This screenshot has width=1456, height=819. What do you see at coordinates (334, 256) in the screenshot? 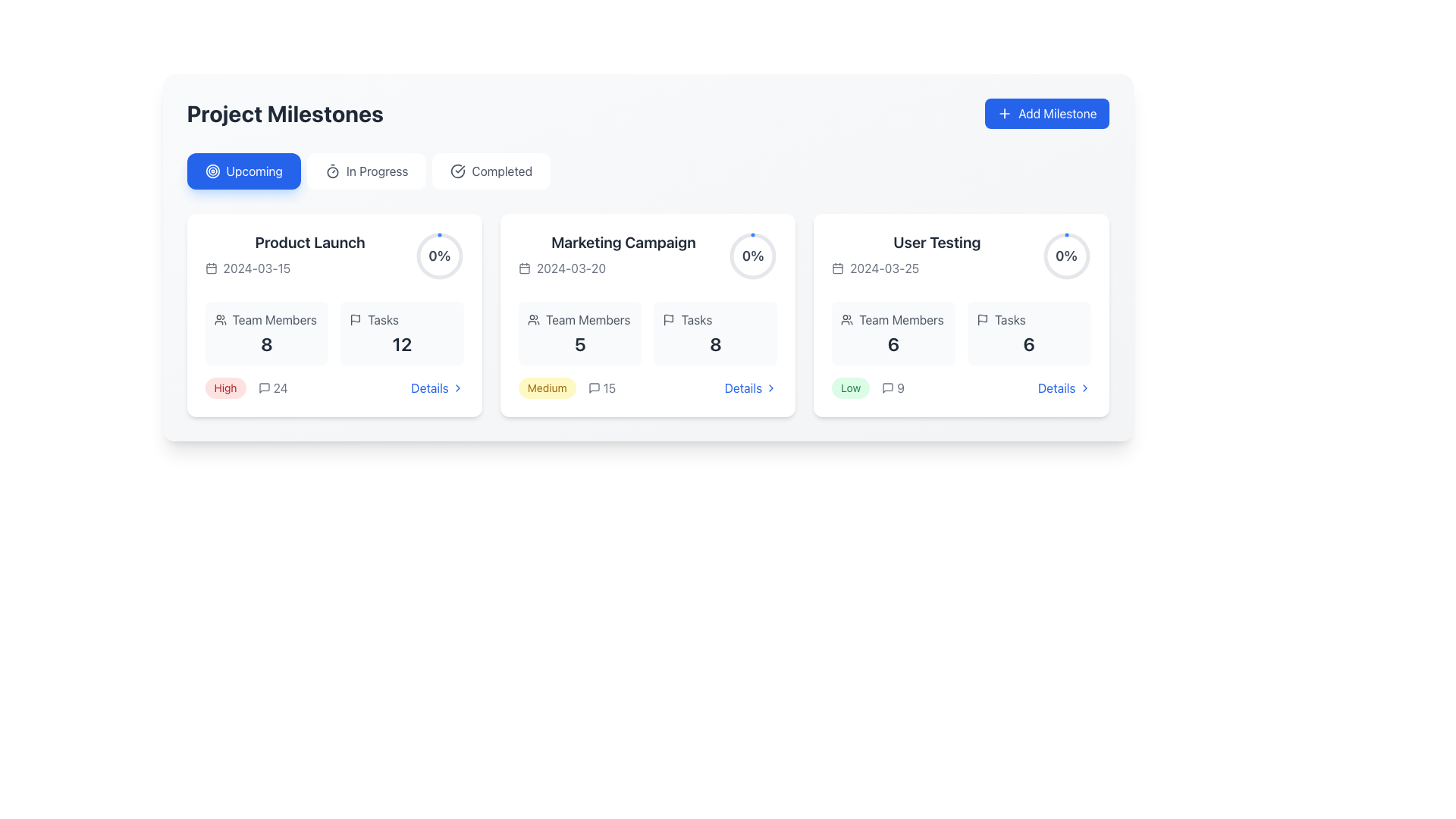
I see `the information card section for 'Product Launch', which contains the title in bold, a date in smaller gray font below it, and a circular indicator showing '0%' progress on the right side` at bounding box center [334, 256].